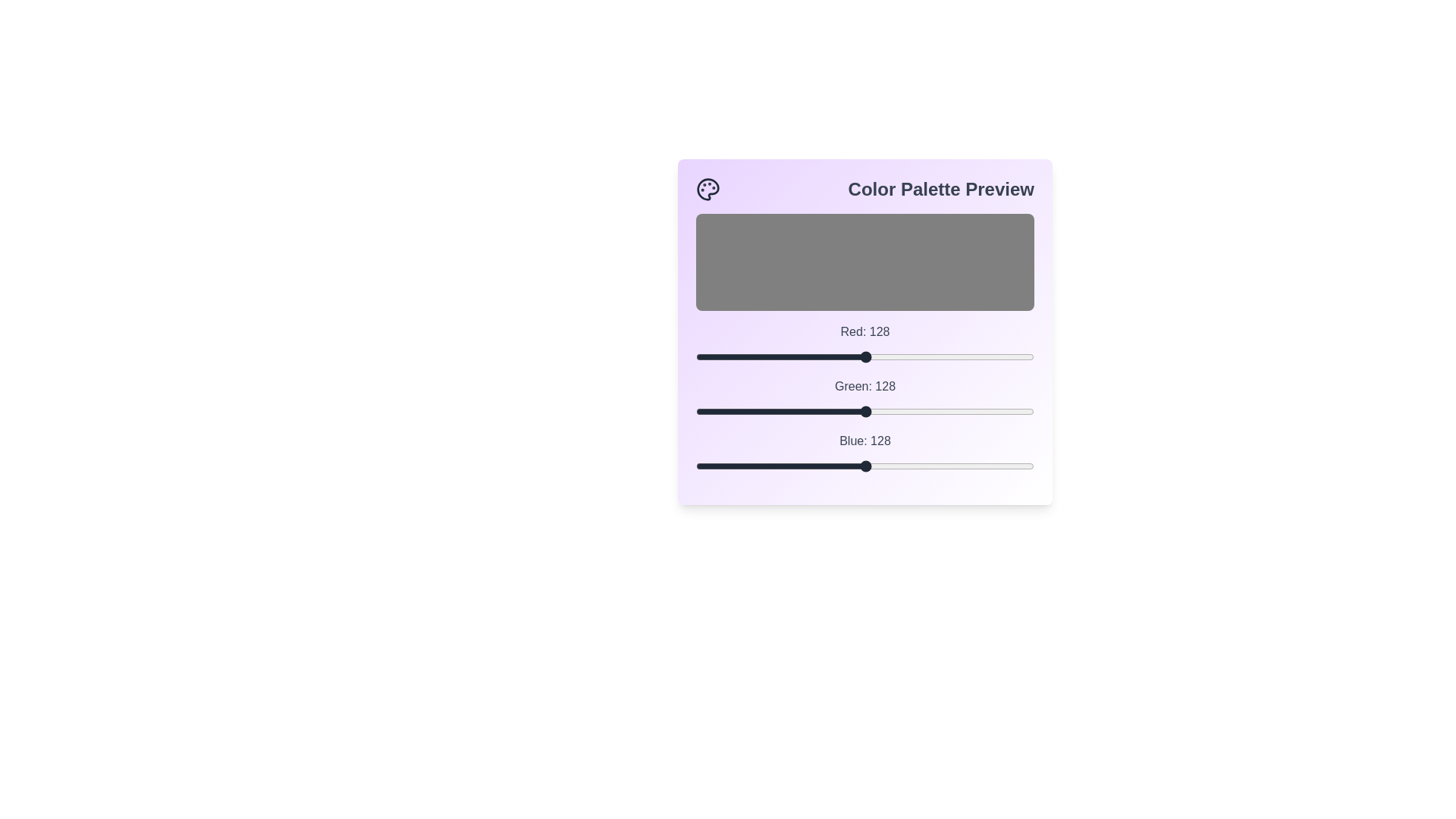 The height and width of the screenshot is (819, 1456). I want to click on the blue color value, so click(721, 465).